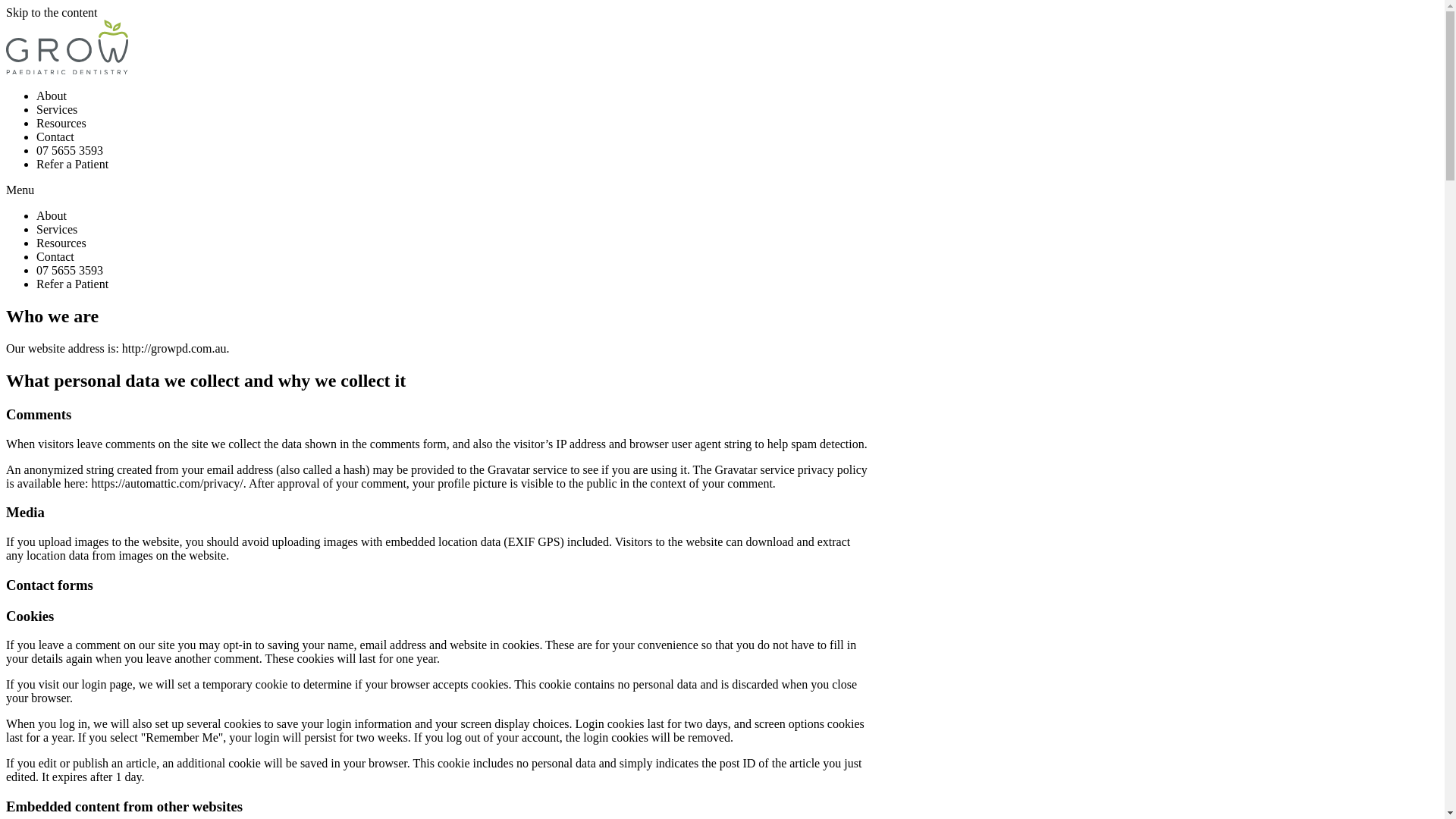 Image resolution: width=1456 pixels, height=819 pixels. I want to click on 'Refer a Patient', so click(71, 164).